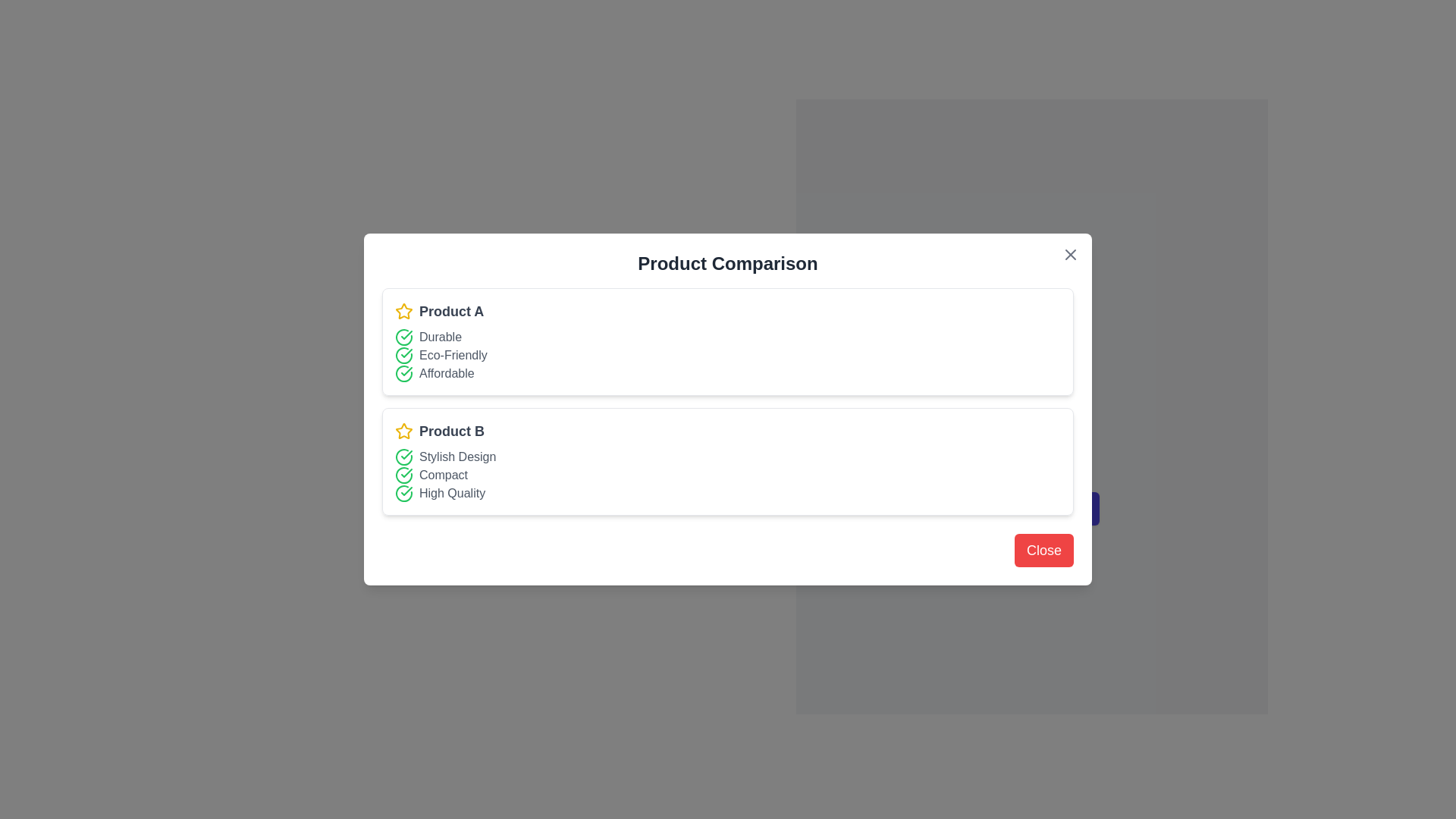 The width and height of the screenshot is (1456, 819). Describe the element at coordinates (403, 456) in the screenshot. I see `the circular icon with a green outline and a white checkmark symbol, which is located to the left of the text 'Stylish Design' in the 'Product B' section of the comparison chart` at that location.